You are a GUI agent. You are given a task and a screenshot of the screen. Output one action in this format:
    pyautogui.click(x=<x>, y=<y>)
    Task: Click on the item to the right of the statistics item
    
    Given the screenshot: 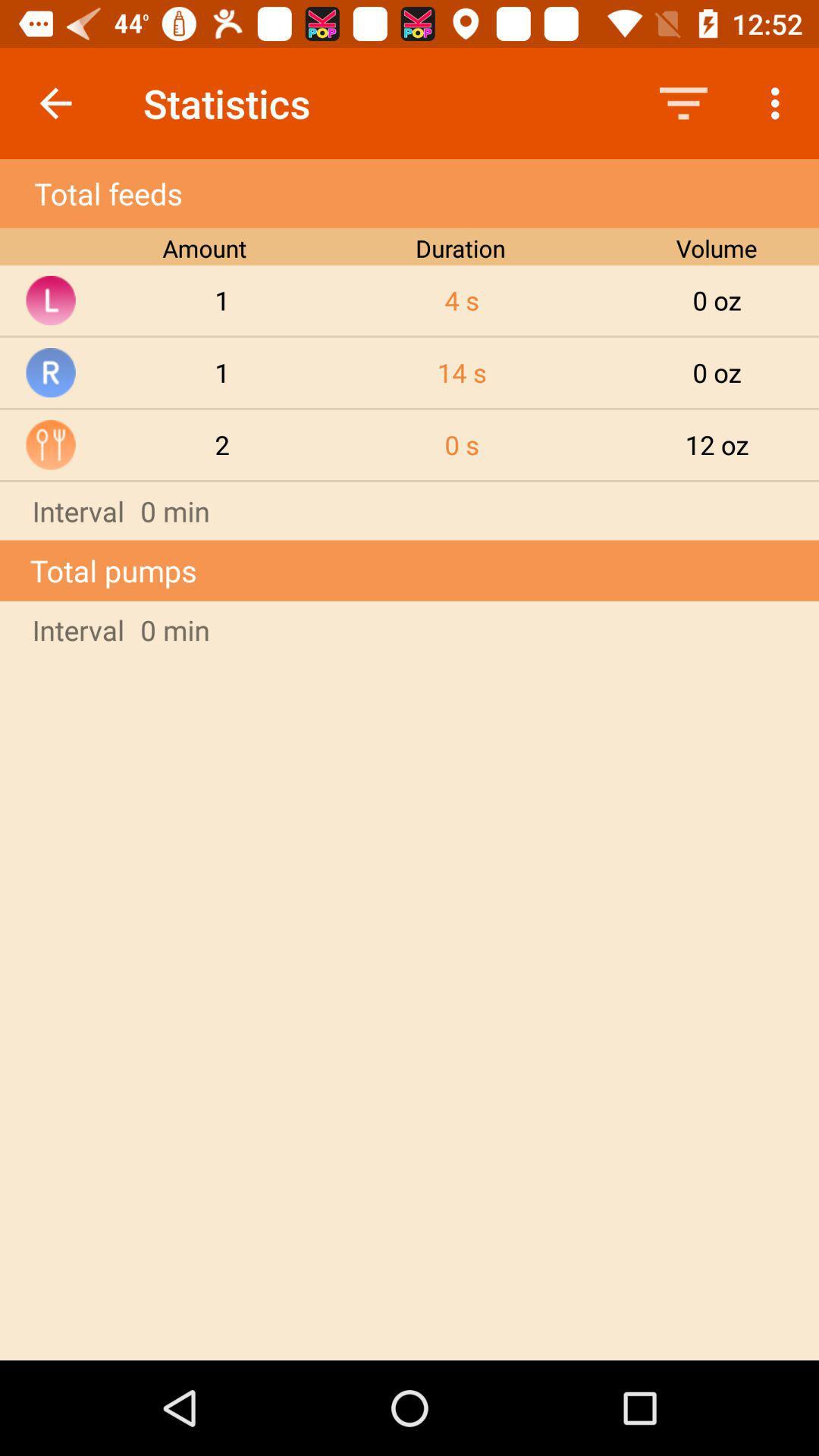 What is the action you would take?
    pyautogui.click(x=683, y=102)
    